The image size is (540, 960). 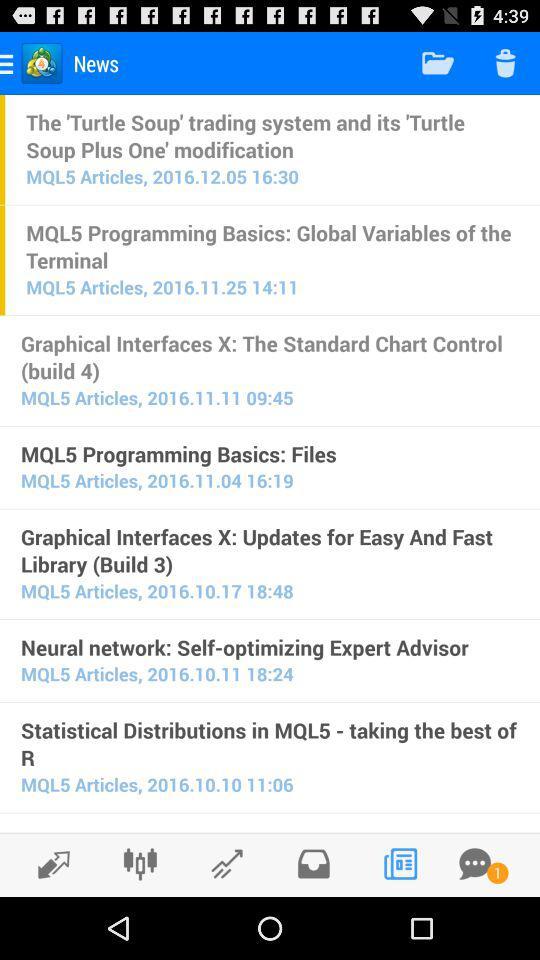 I want to click on saved articles, so click(x=313, y=863).